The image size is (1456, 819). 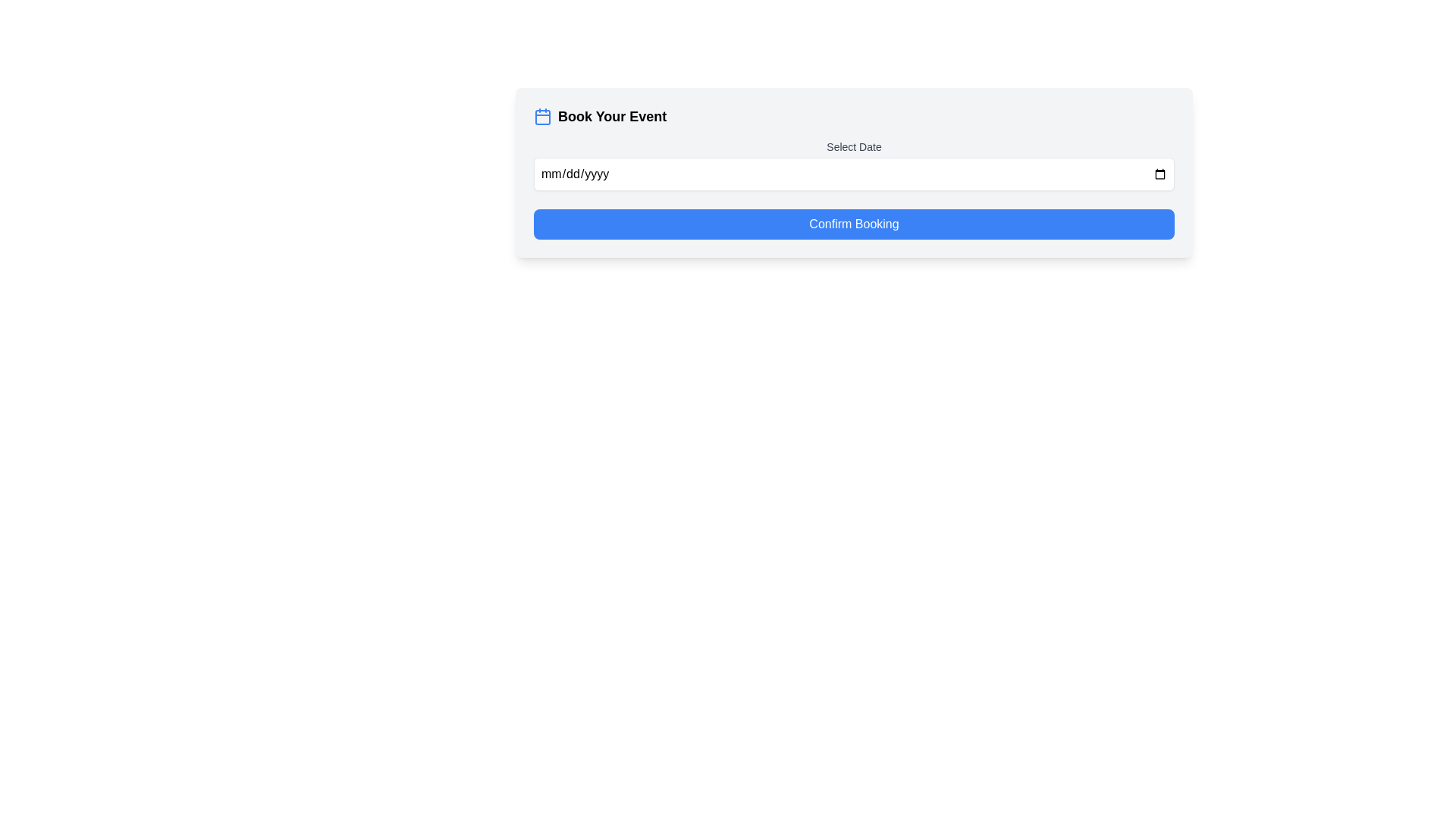 I want to click on the text label that indicates the purpose of the adjacent date input field in the 'Book Your Event' section, so click(x=854, y=146).